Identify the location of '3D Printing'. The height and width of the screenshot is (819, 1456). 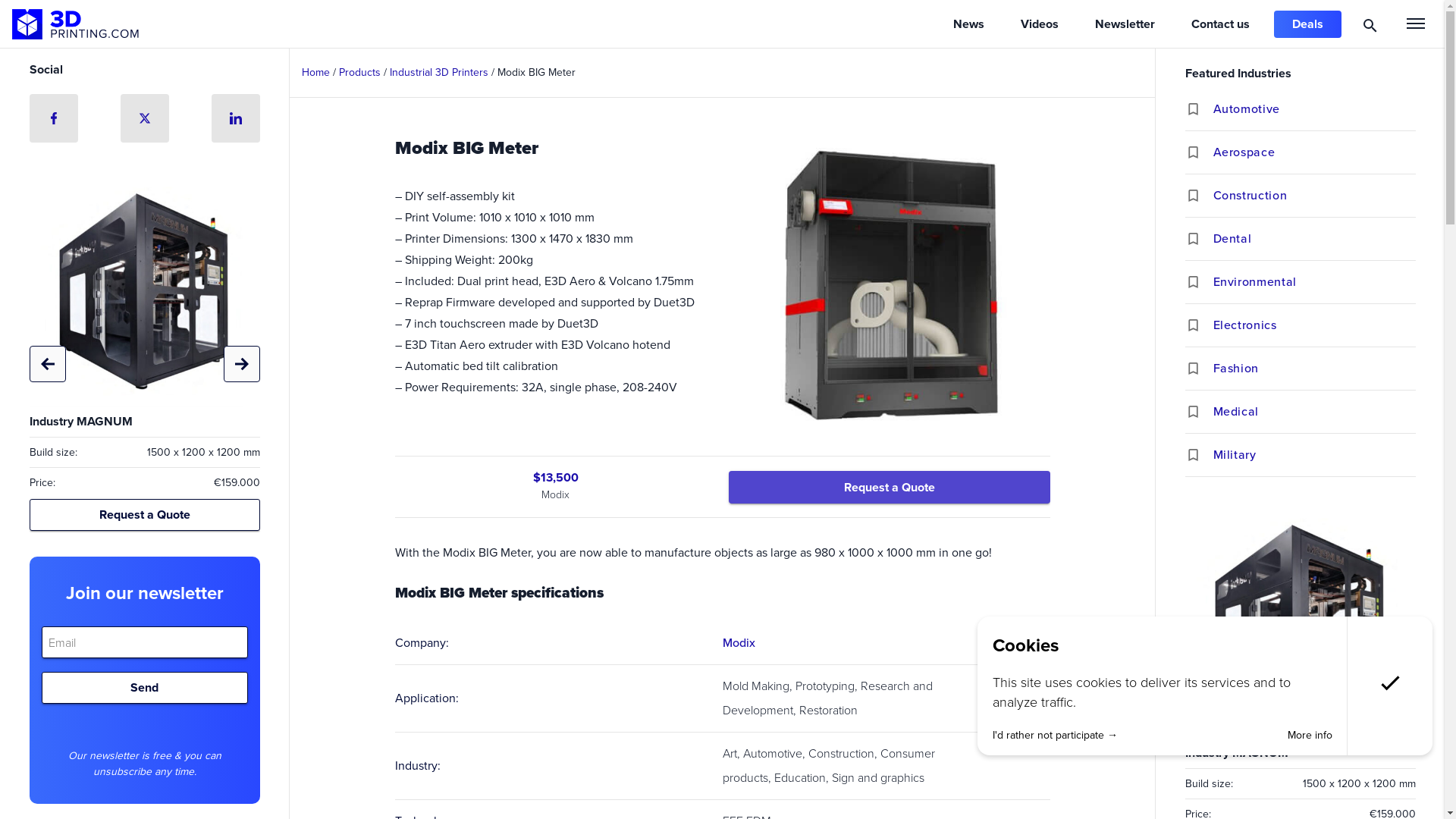
(11, 24).